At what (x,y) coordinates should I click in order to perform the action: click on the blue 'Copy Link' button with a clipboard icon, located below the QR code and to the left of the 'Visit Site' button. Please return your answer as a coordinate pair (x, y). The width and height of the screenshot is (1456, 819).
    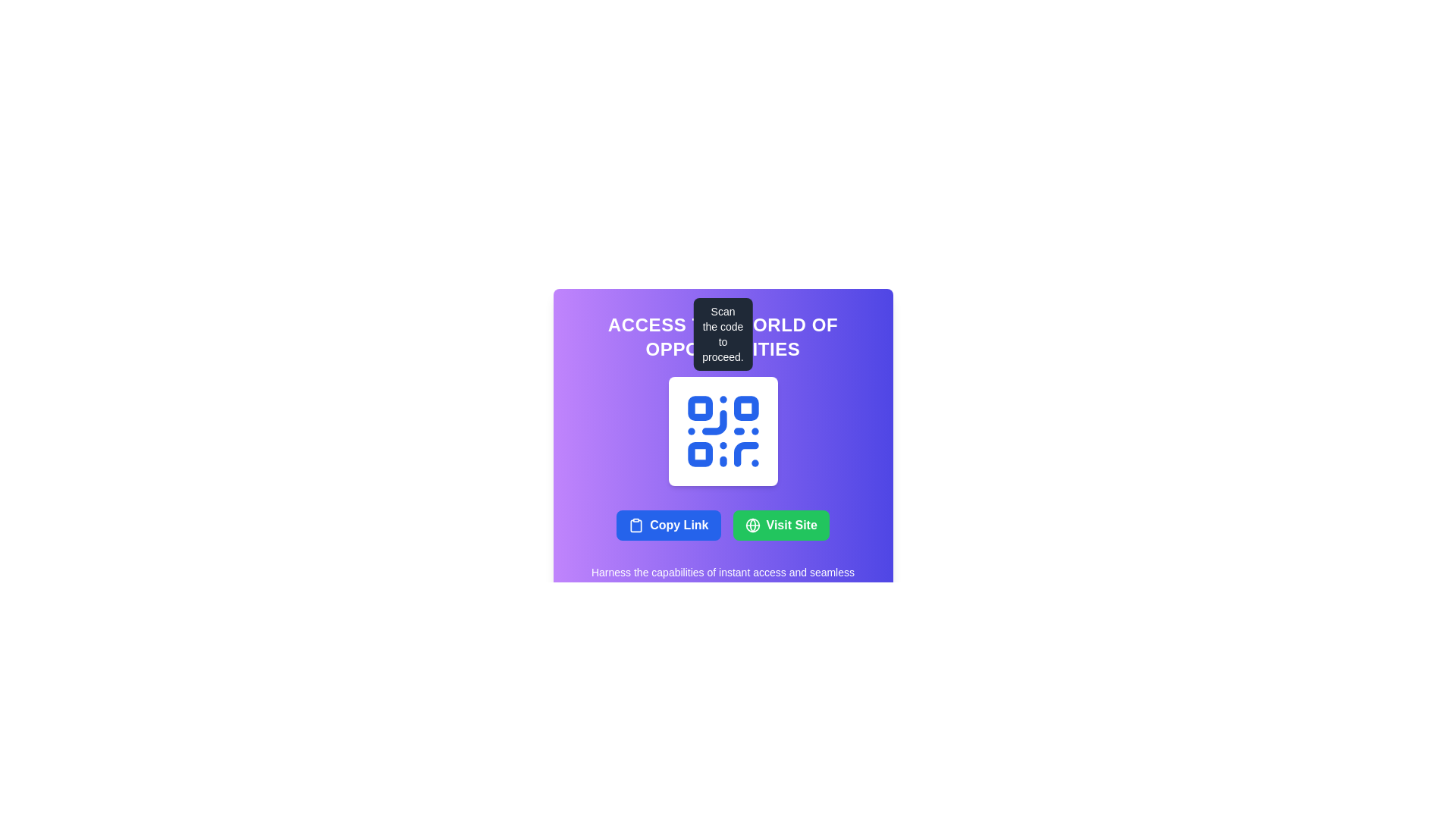
    Looking at the image, I should click on (667, 525).